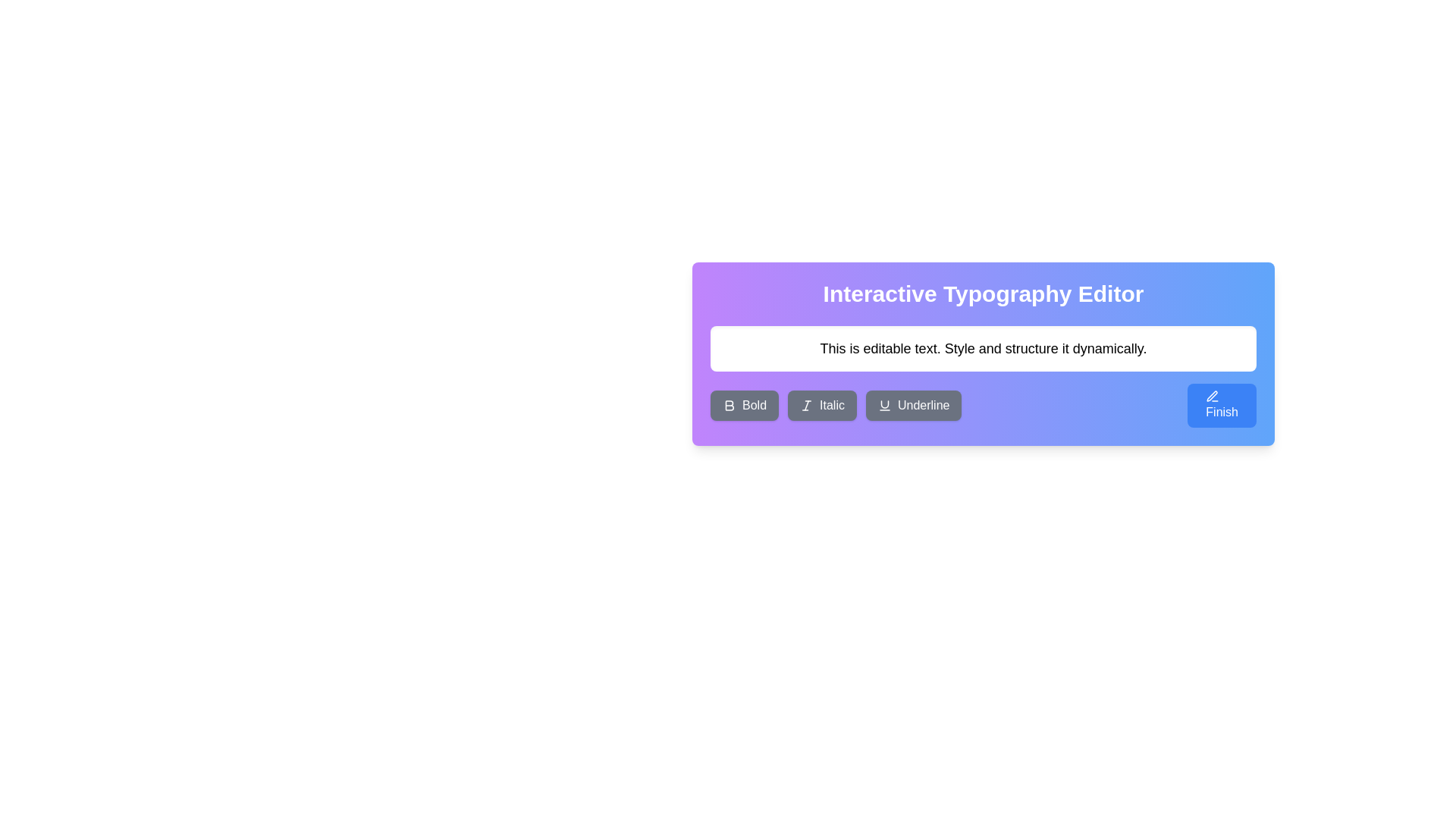 The image size is (1456, 819). What do you see at coordinates (884, 405) in the screenshot?
I see `underline icon, which is a small vector graphic shaped like a 'U' with a horizontal line underneath, located in the toolbar near other text formatting options like 'Bold' and 'Italic'` at bounding box center [884, 405].